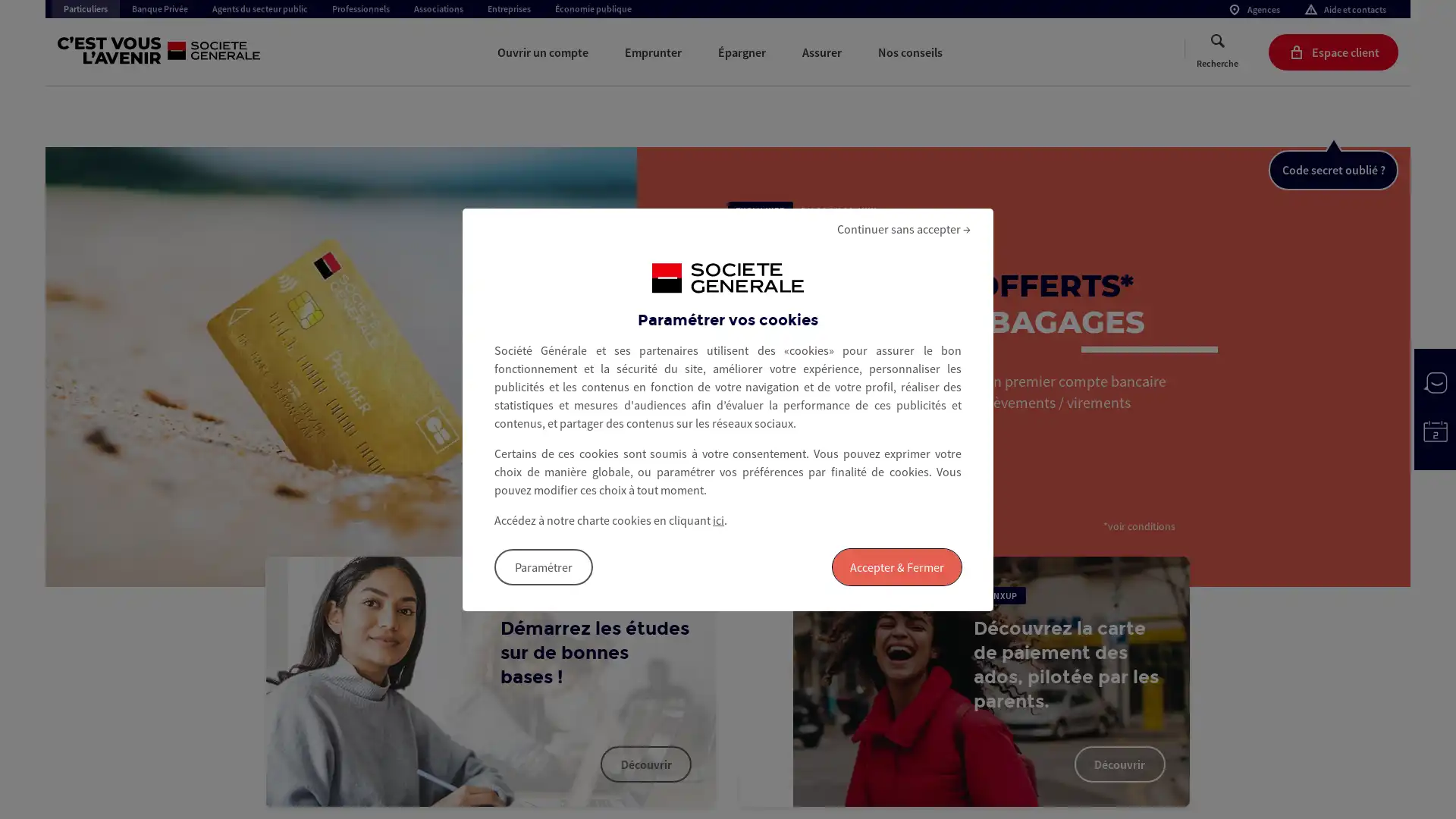  Describe the element at coordinates (963, 680) in the screenshot. I see `BANXUP Decouvrez la carte de paiement des ados, pilotee par les parents. Decouvrir Decouvrez la carte de paiement des ados, pilotee par les parents. Decouvrez la carte de paiement des ados, pilotee par les parents.` at that location.